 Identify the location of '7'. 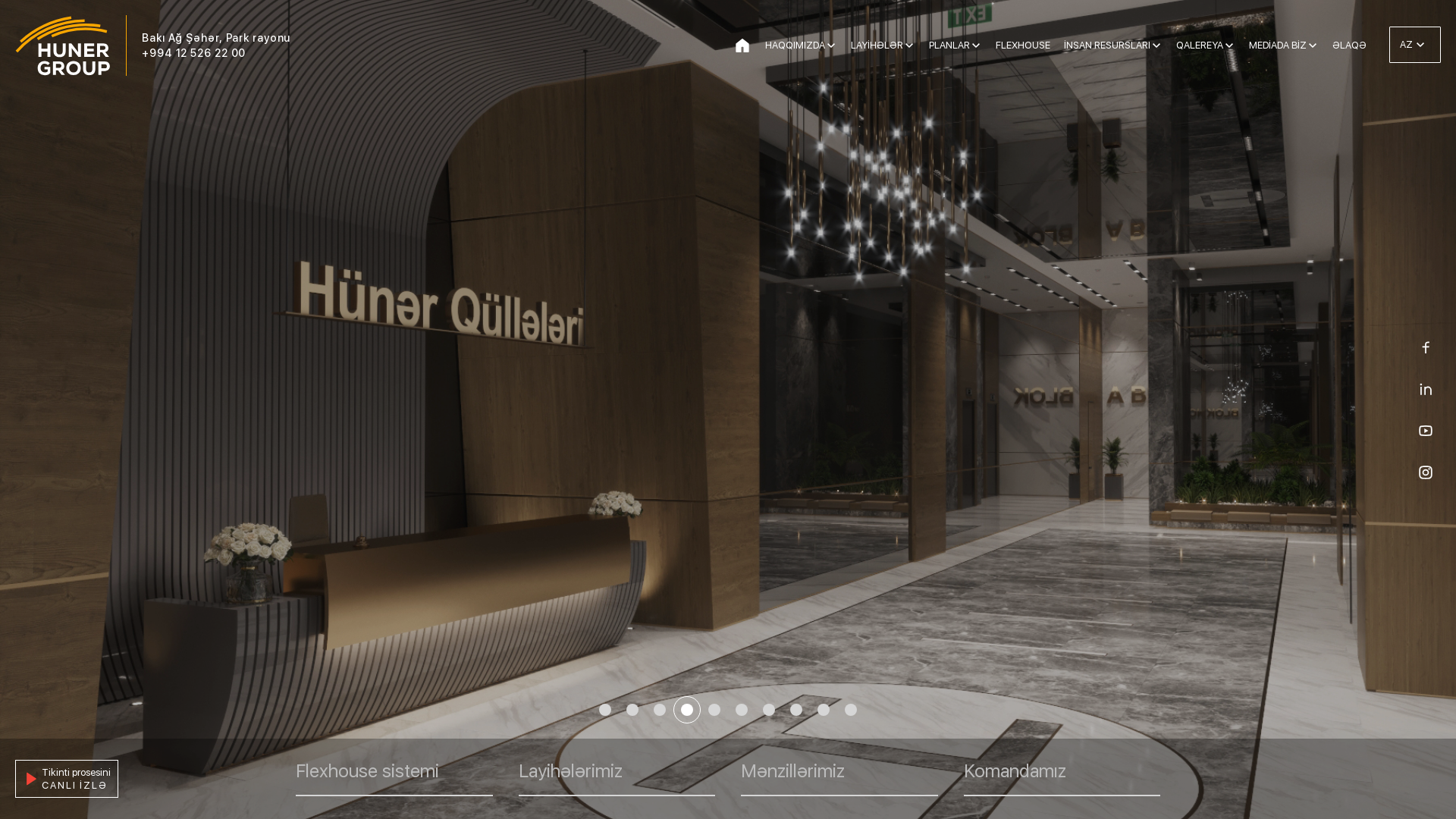
(768, 710).